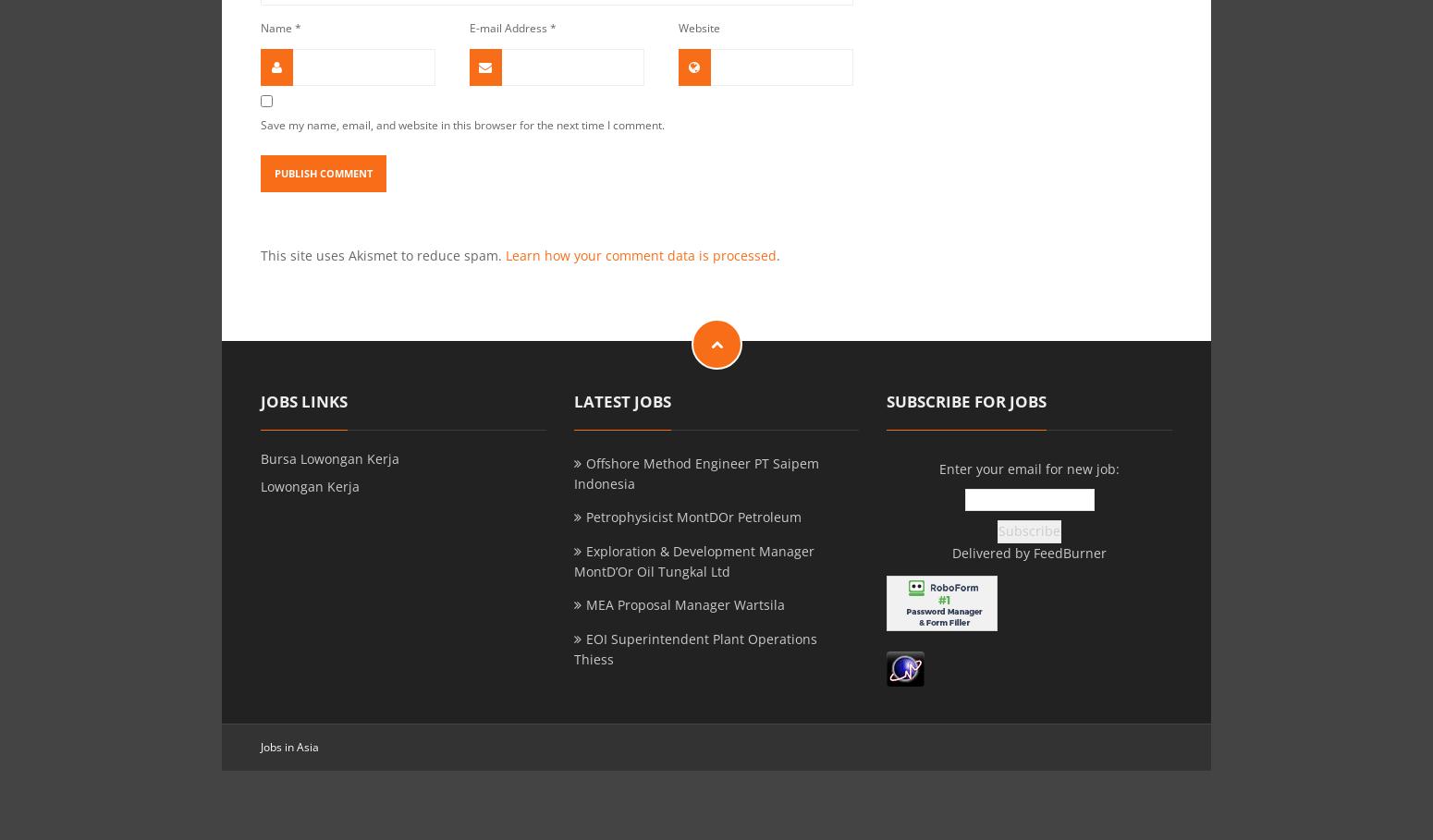 Image resolution: width=1433 pixels, height=840 pixels. Describe the element at coordinates (939, 467) in the screenshot. I see `'Enter your email for new job:'` at that location.